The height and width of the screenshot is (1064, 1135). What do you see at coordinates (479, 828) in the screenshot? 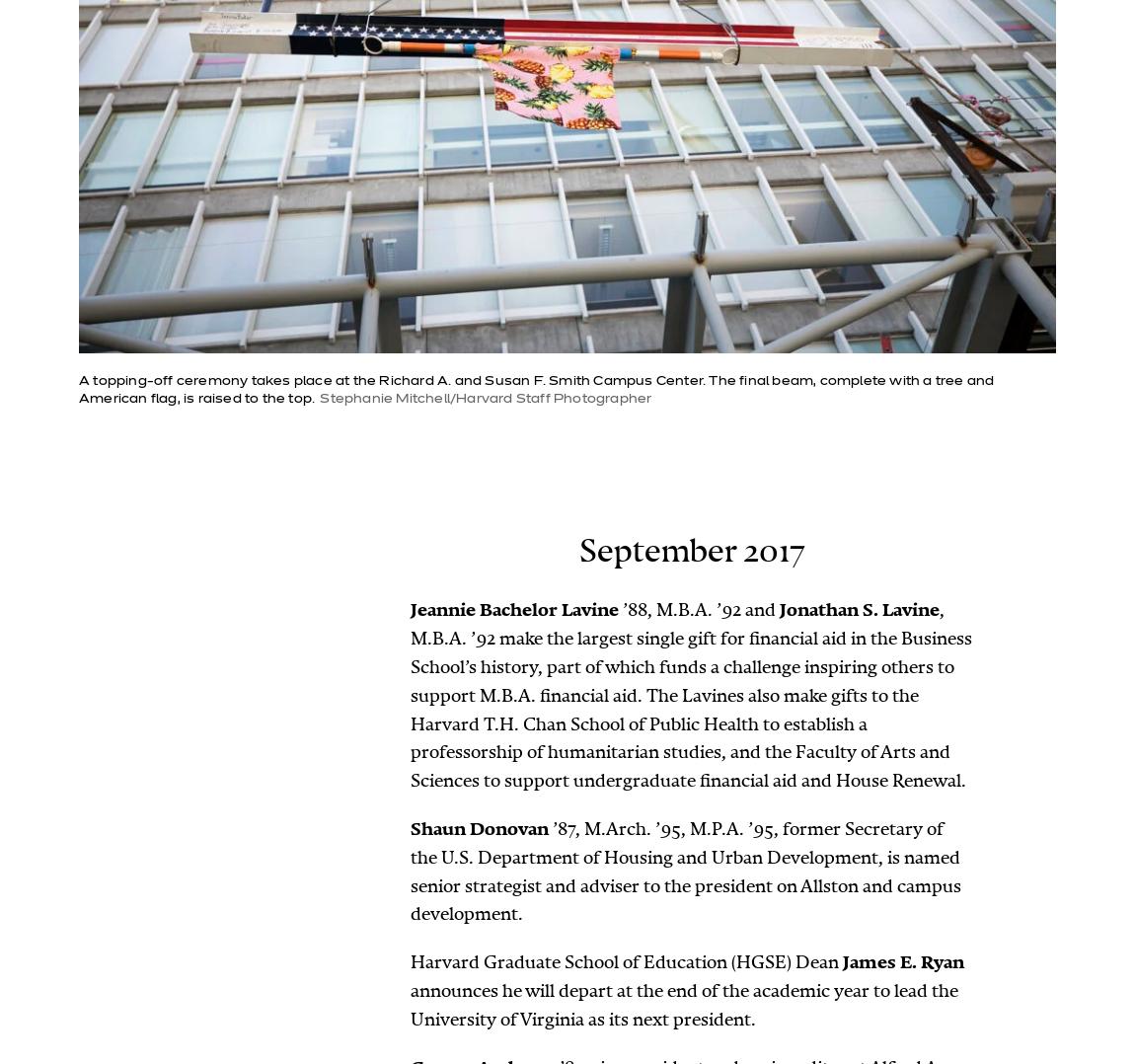
I see `'Shaun Donovan'` at bounding box center [479, 828].